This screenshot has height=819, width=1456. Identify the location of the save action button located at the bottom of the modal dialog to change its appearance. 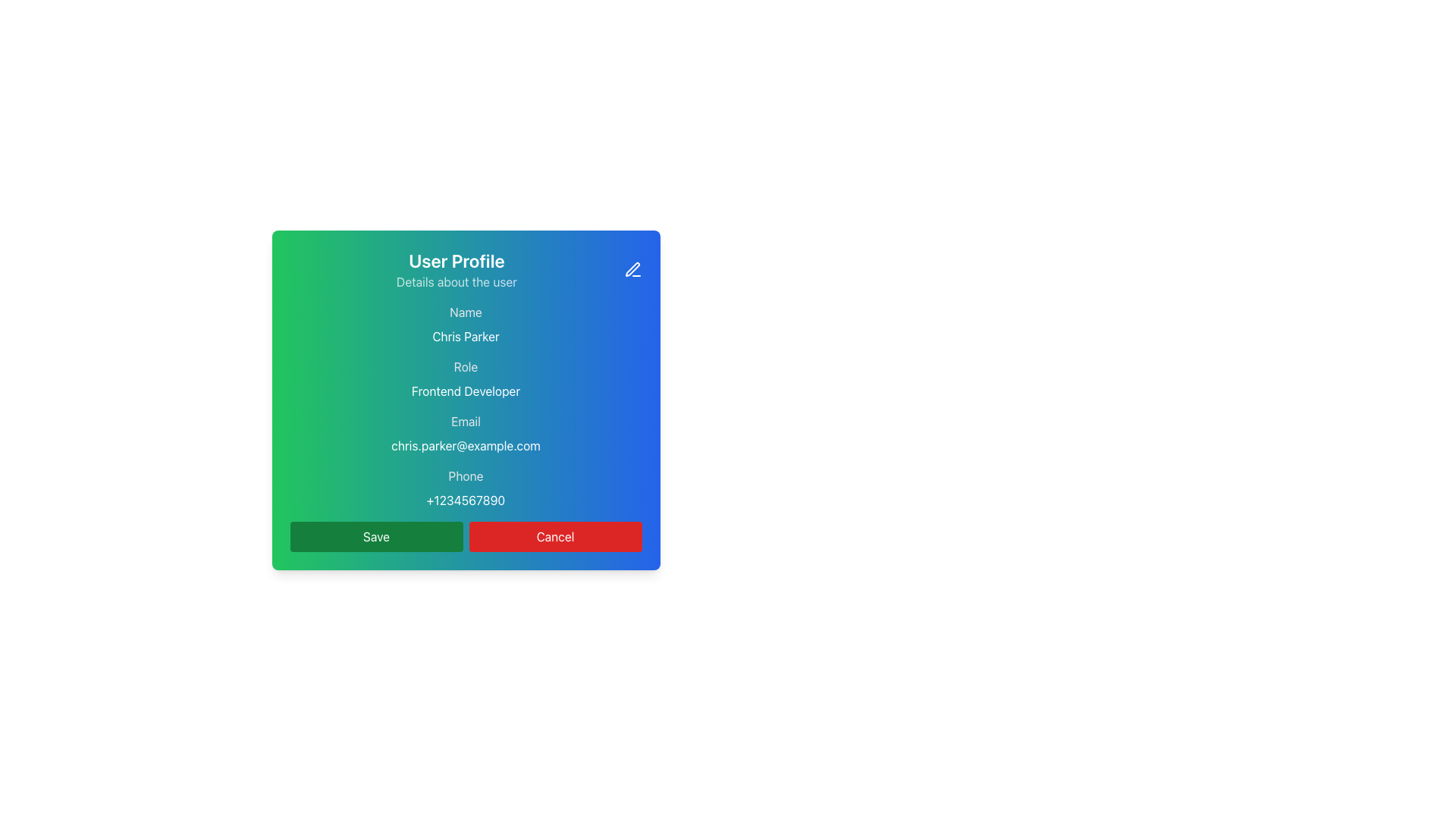
(376, 536).